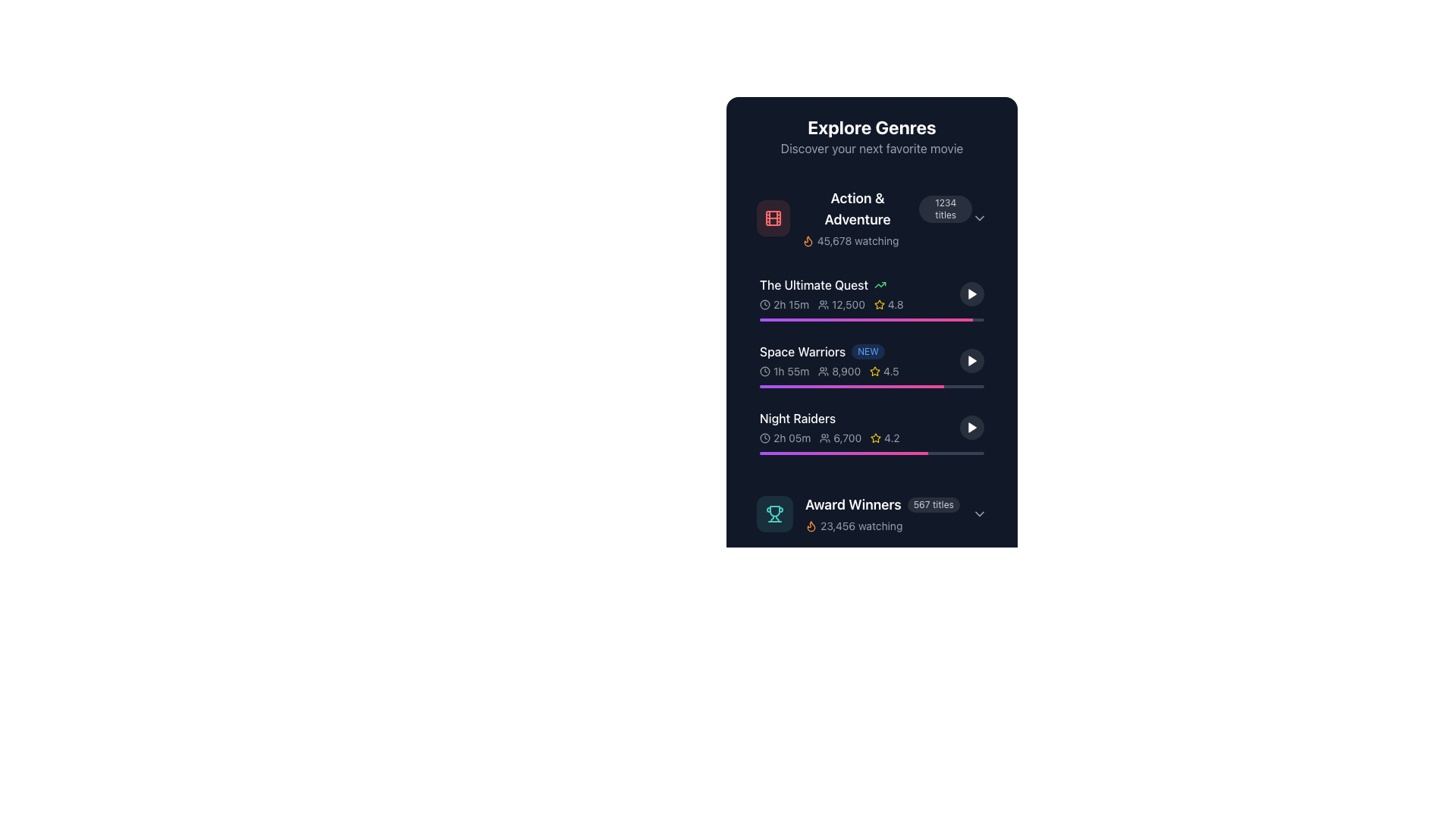 The height and width of the screenshot is (819, 1456). Describe the element at coordinates (859, 427) in the screenshot. I see `the List Item displaying details about the movie 'Night Raiders', which includes its title, duration, audience count, and rating, positioned between 'Space Warriors' and 'Award Winners'` at that location.